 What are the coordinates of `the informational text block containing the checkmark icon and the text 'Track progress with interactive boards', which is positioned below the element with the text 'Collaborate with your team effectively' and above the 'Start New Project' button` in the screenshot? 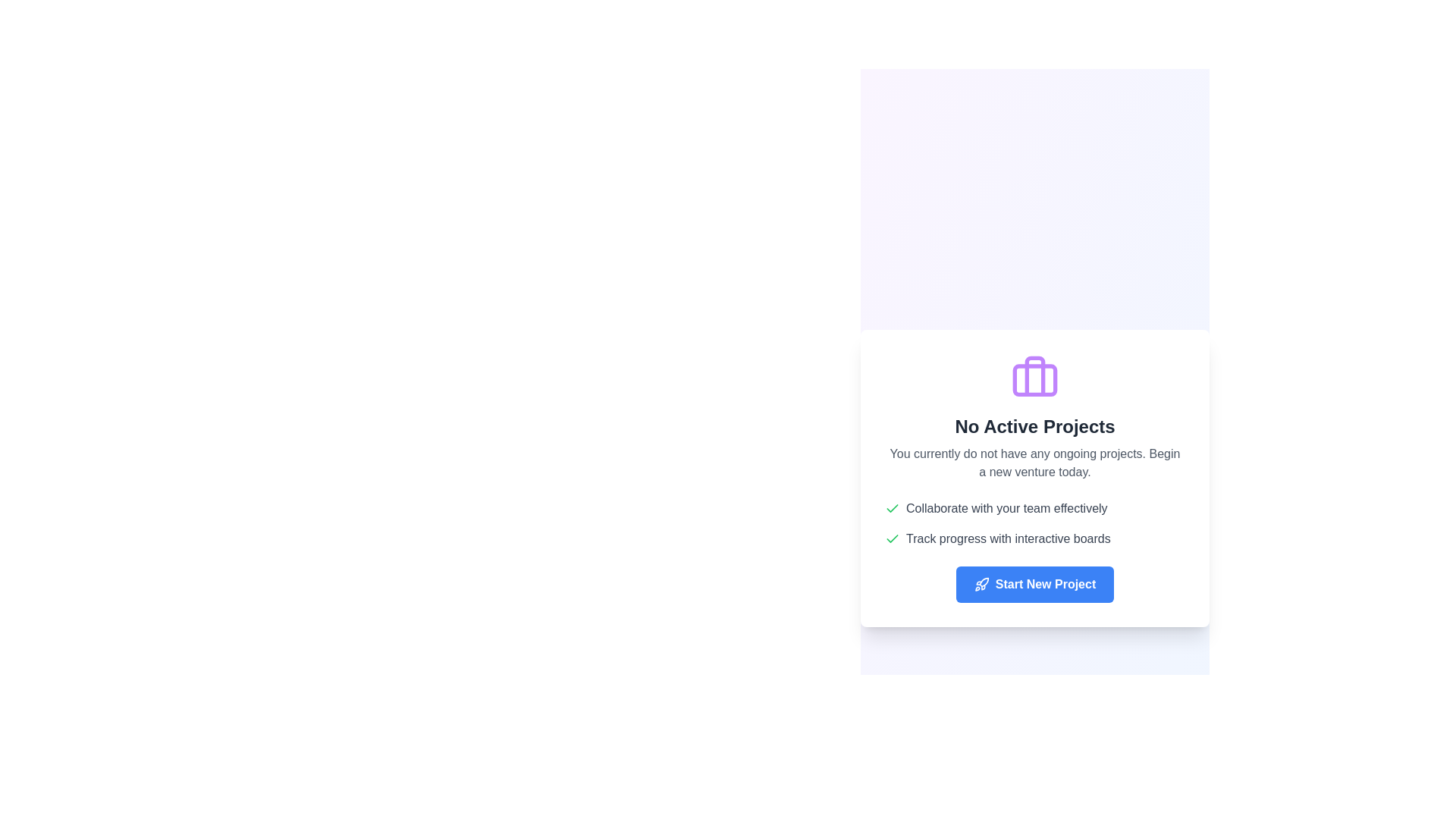 It's located at (1034, 538).